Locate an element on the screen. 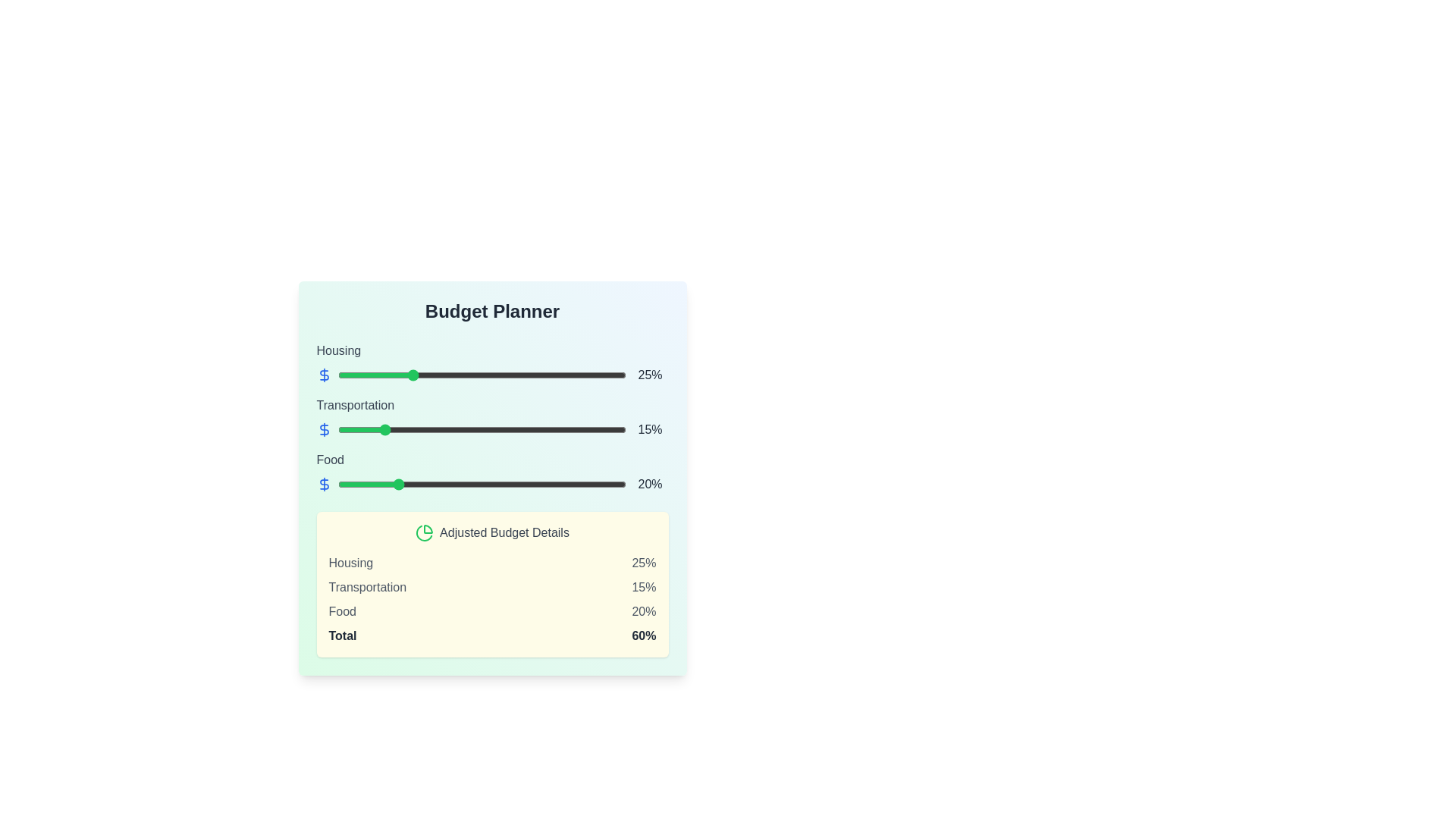 The height and width of the screenshot is (819, 1456). the 'Transportation' slider is located at coordinates (570, 430).